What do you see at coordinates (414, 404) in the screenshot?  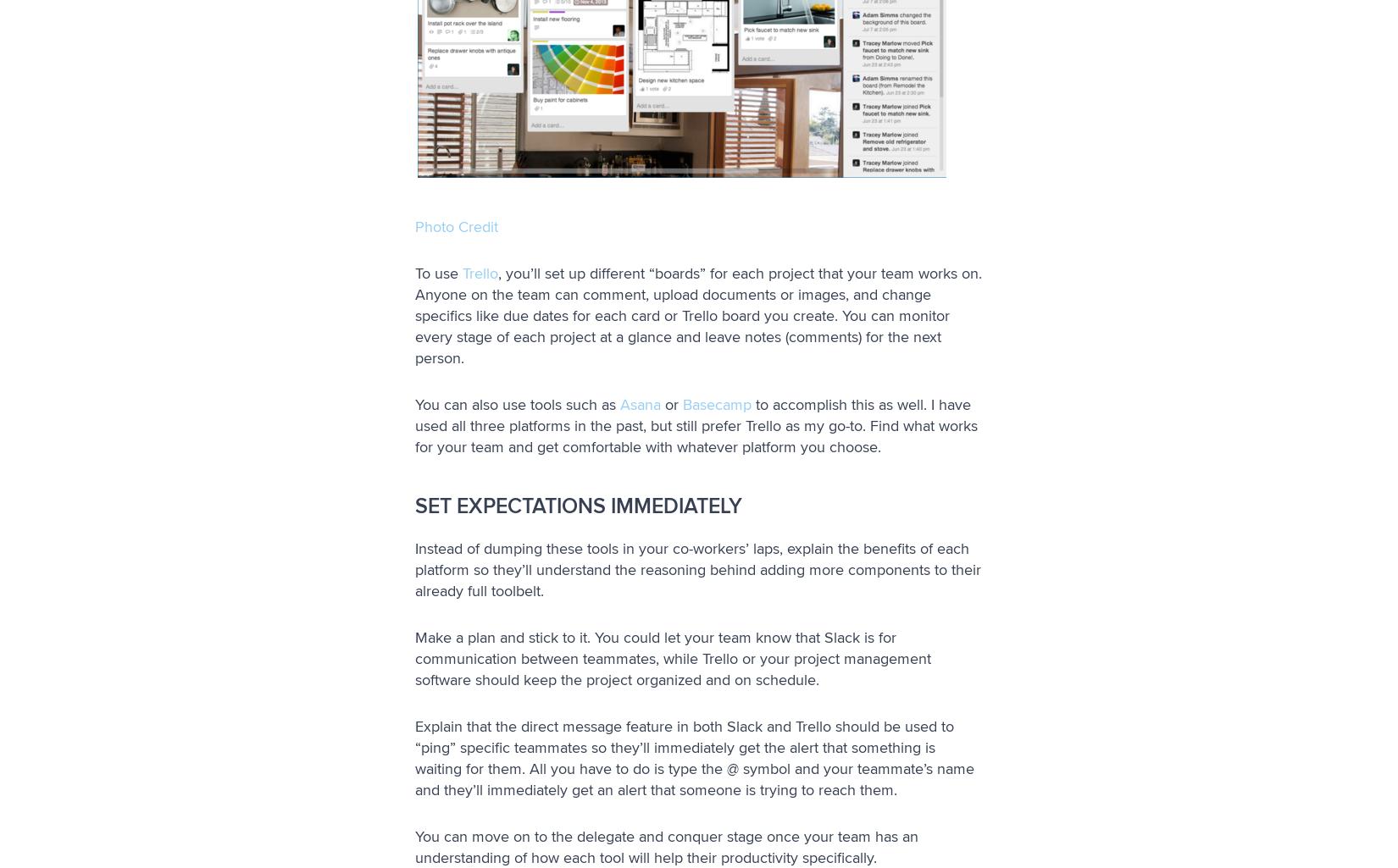 I see `'You can also use tools such as'` at bounding box center [414, 404].